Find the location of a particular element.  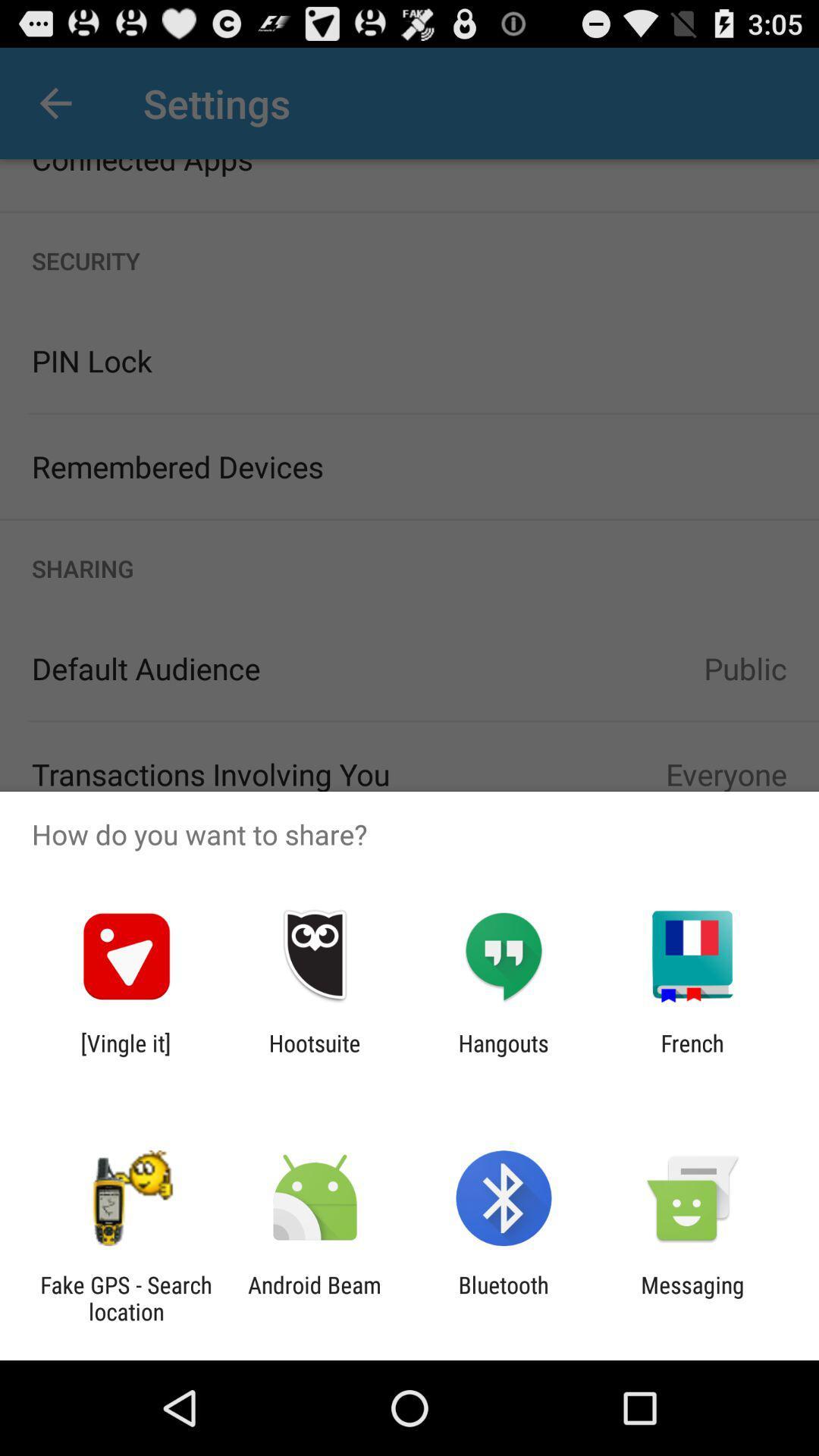

icon next to the bluetooth icon is located at coordinates (314, 1298).